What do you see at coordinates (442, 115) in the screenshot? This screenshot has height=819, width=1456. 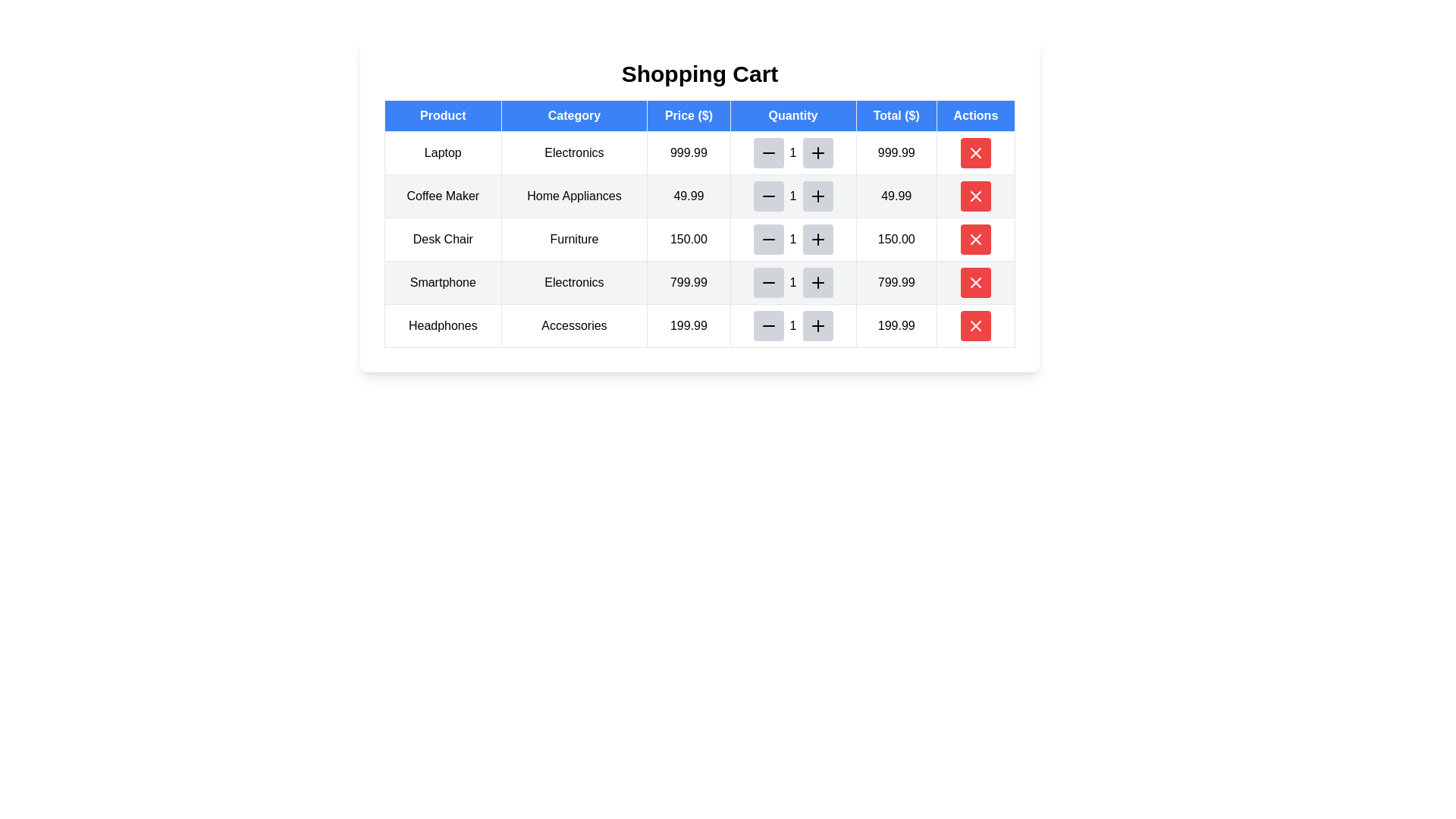 I see `the blue-bordered Table Header Cell containing the text 'Product', which is the first cell in a horizontal list of headers` at bounding box center [442, 115].